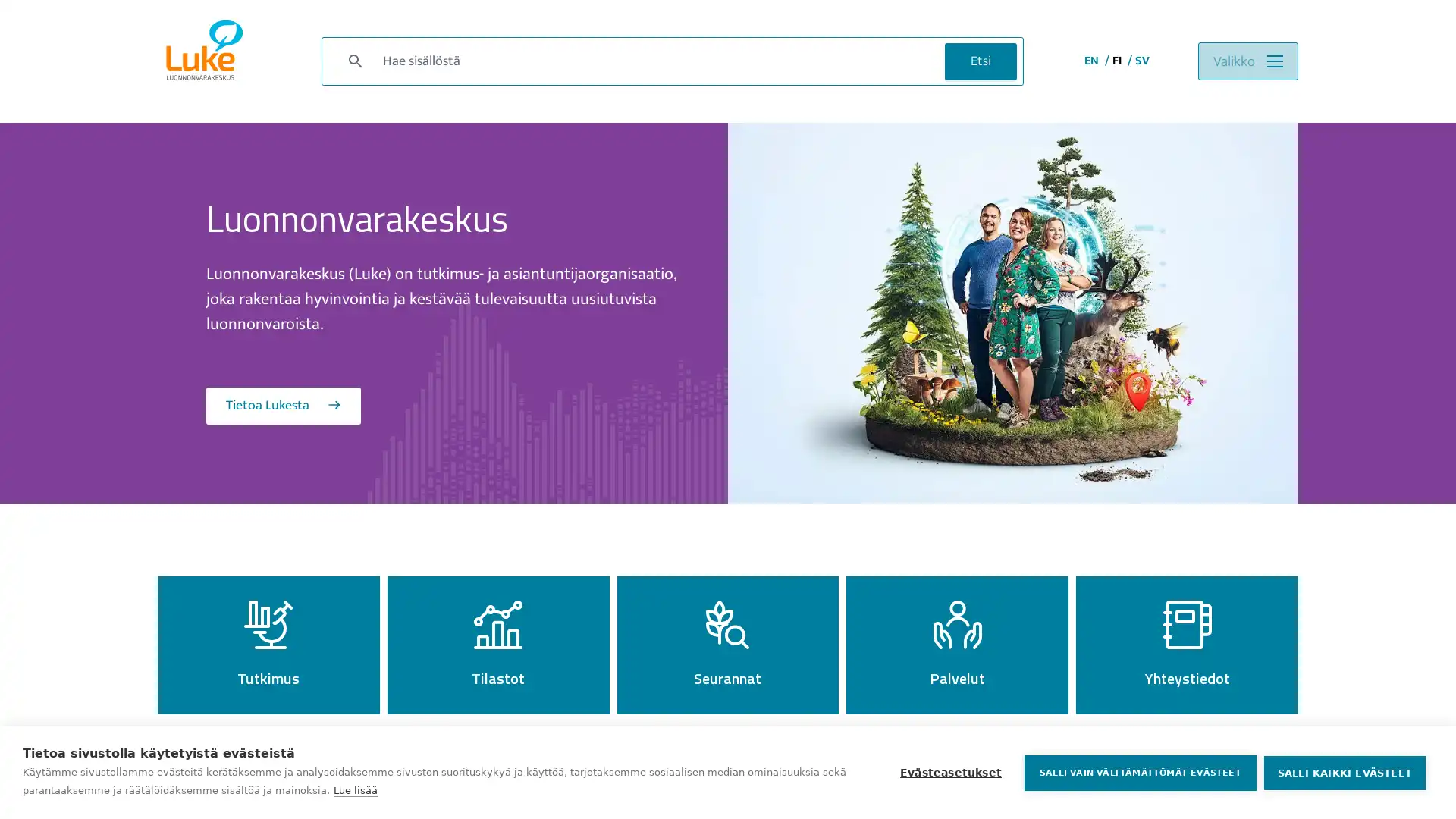  Describe the element at coordinates (1222, 61) in the screenshot. I see `Valikko` at that location.